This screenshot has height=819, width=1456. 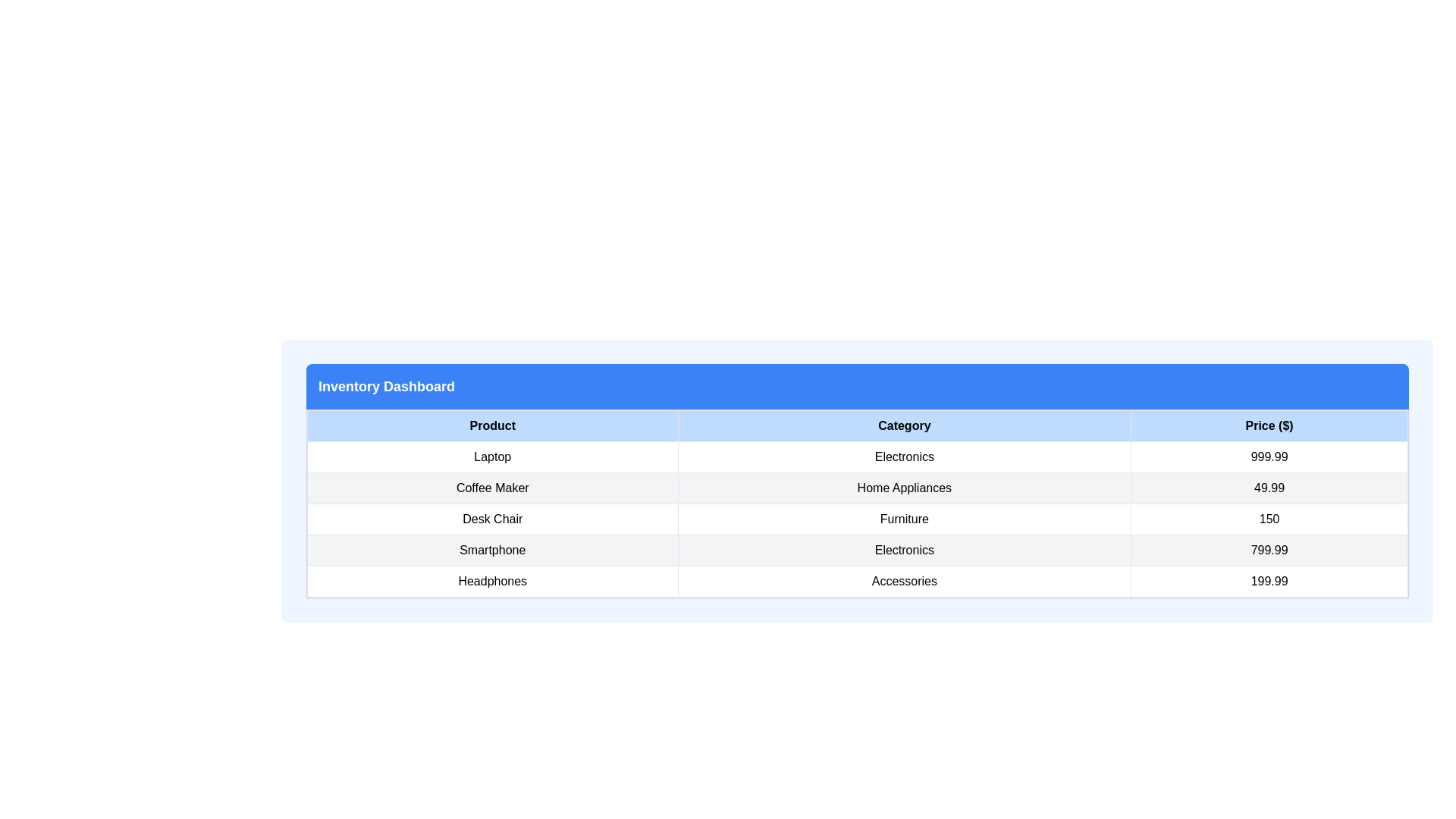 What do you see at coordinates (858, 550) in the screenshot?
I see `the fourth row in the 'Inventory Dashboard' table displaying product information, which includes the product name 'Smartphone', category 'Electronics', and price '799.99'` at bounding box center [858, 550].